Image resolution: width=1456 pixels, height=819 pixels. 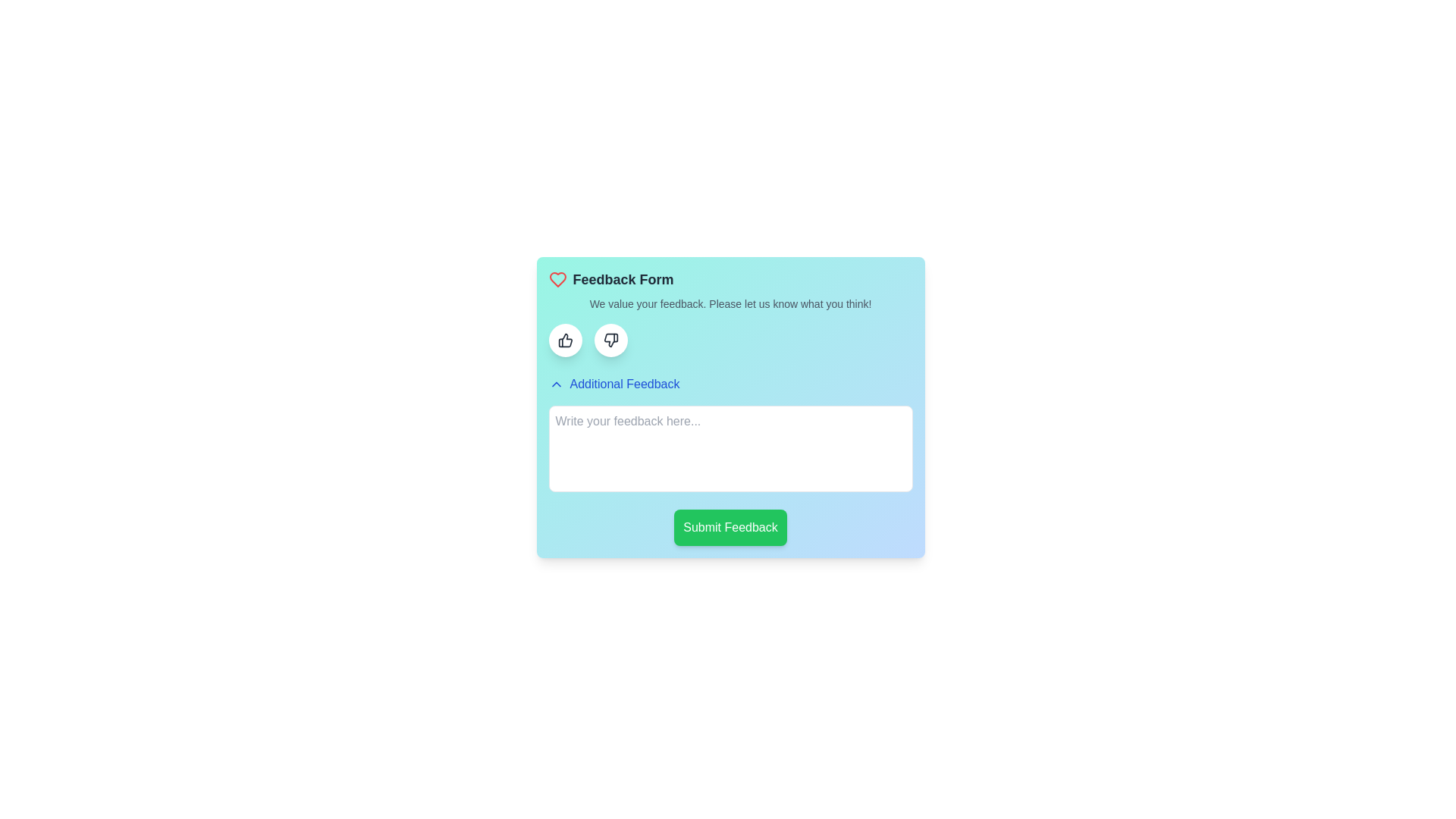 I want to click on informative text located below the 'Feedback Form' title and heart icon, which provides motivation for user engagement with the feedback form, so click(x=730, y=304).